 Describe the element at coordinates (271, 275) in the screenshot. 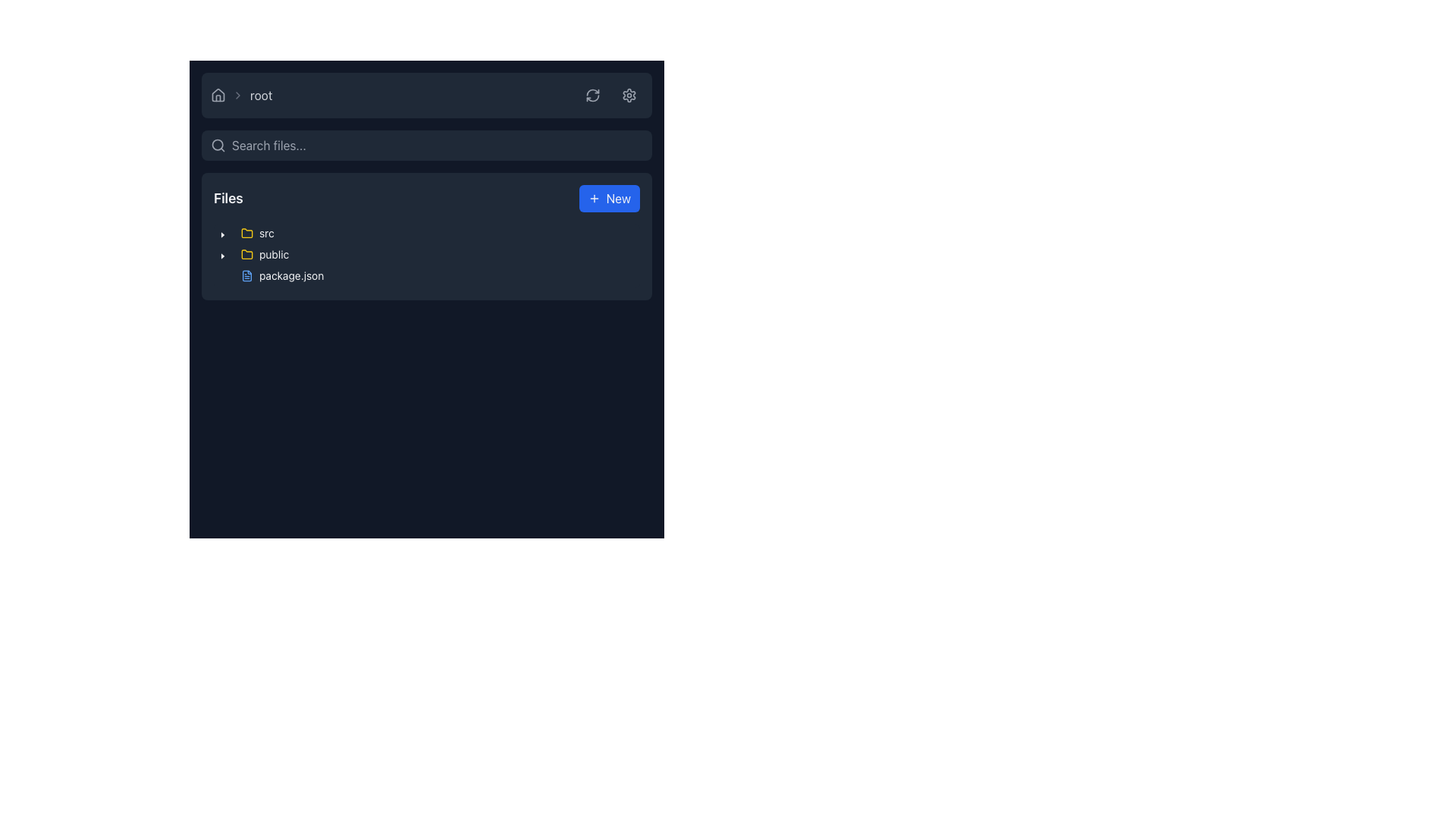

I see `the 'package.json' file entry` at that location.